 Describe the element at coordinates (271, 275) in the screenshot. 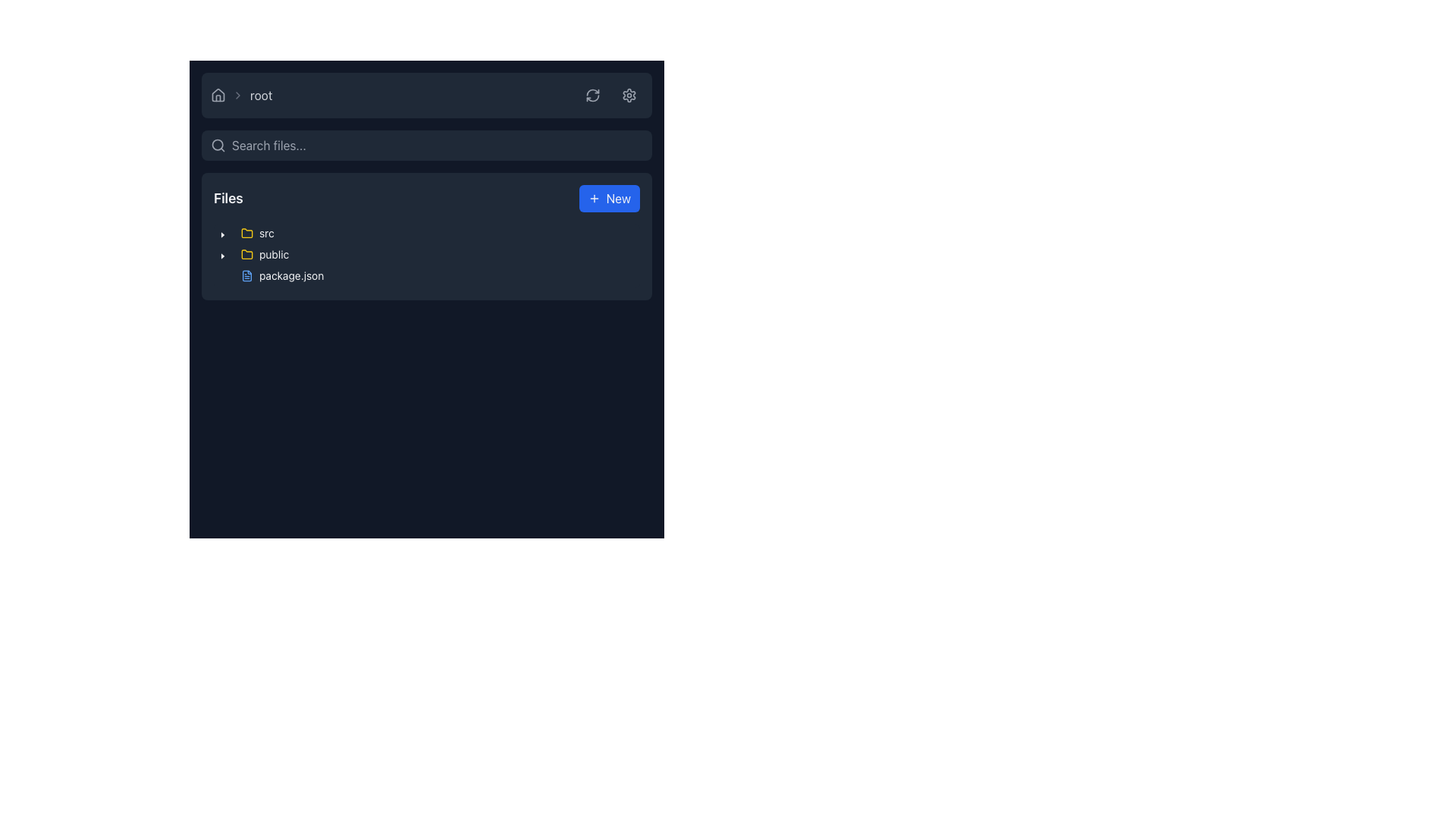

I see `the 'package.json' file entry` at that location.